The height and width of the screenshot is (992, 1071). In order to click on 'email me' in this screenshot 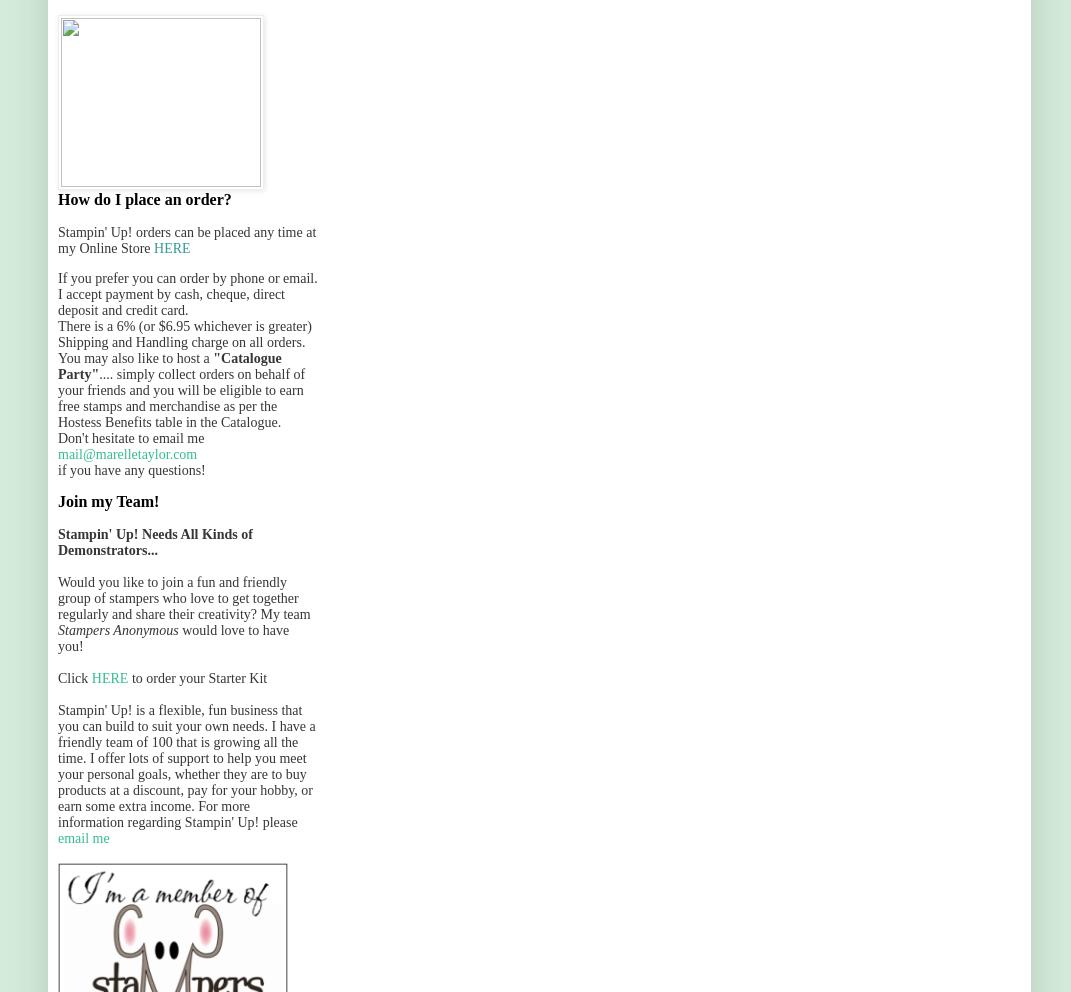, I will do `click(83, 837)`.